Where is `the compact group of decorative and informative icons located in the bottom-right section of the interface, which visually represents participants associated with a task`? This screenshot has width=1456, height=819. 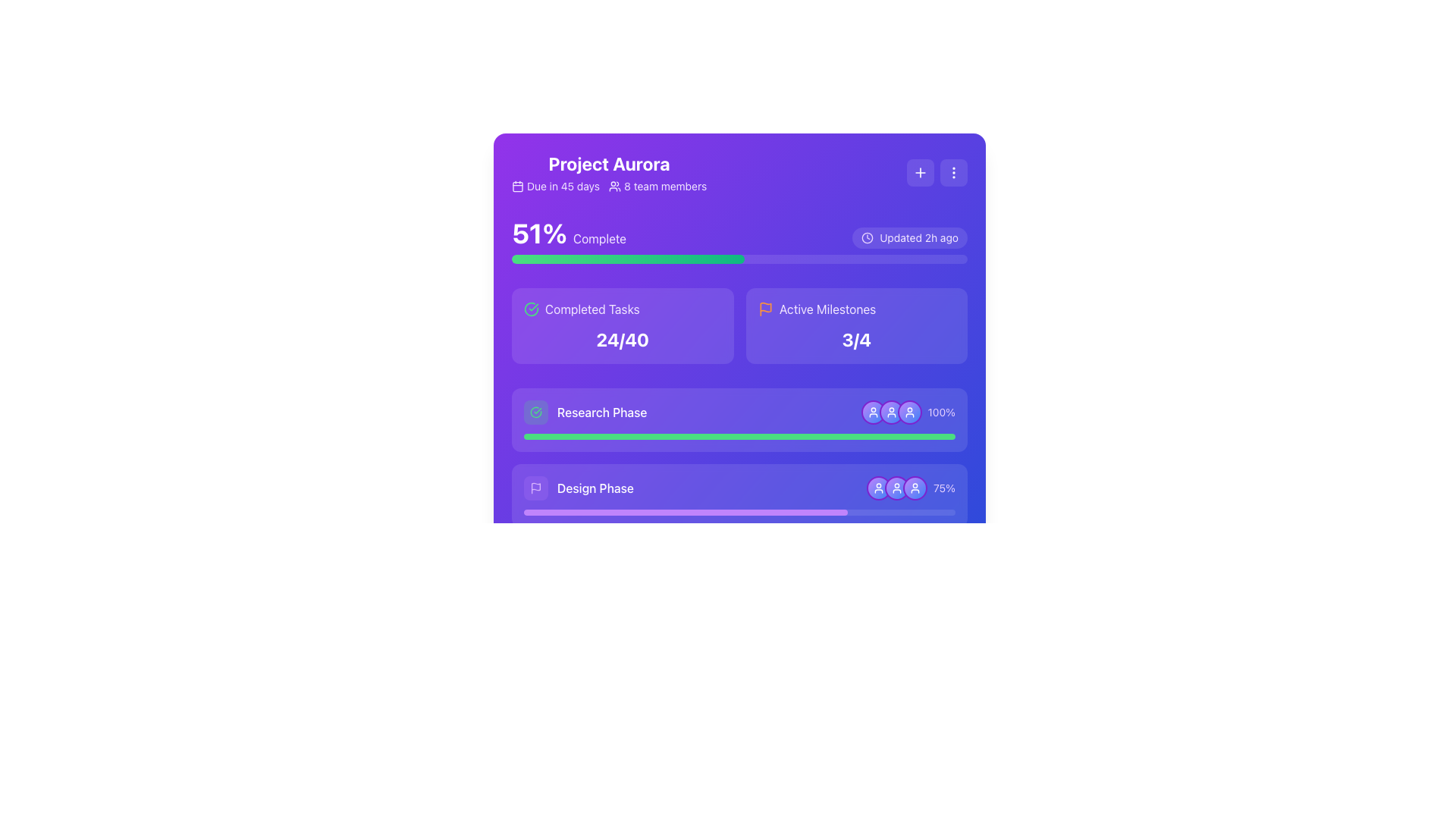 the compact group of decorative and informative icons located in the bottom-right section of the interface, which visually represents participants associated with a task is located at coordinates (902, 640).